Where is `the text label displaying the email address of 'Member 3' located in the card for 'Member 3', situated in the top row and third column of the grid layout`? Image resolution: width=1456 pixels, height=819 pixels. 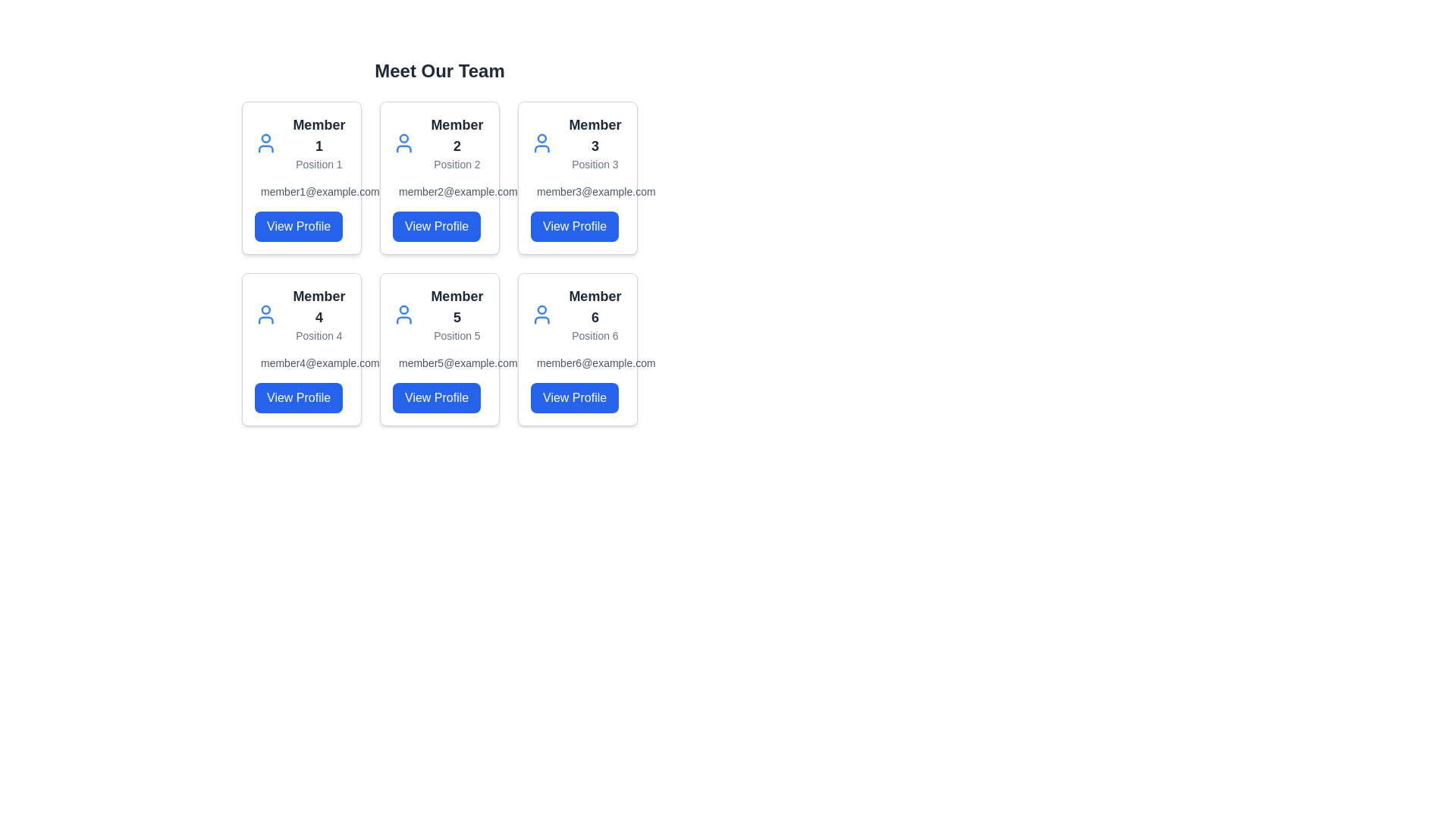 the text label displaying the email address of 'Member 3' located in the card for 'Member 3', situated in the top row and third column of the grid layout is located at coordinates (577, 191).